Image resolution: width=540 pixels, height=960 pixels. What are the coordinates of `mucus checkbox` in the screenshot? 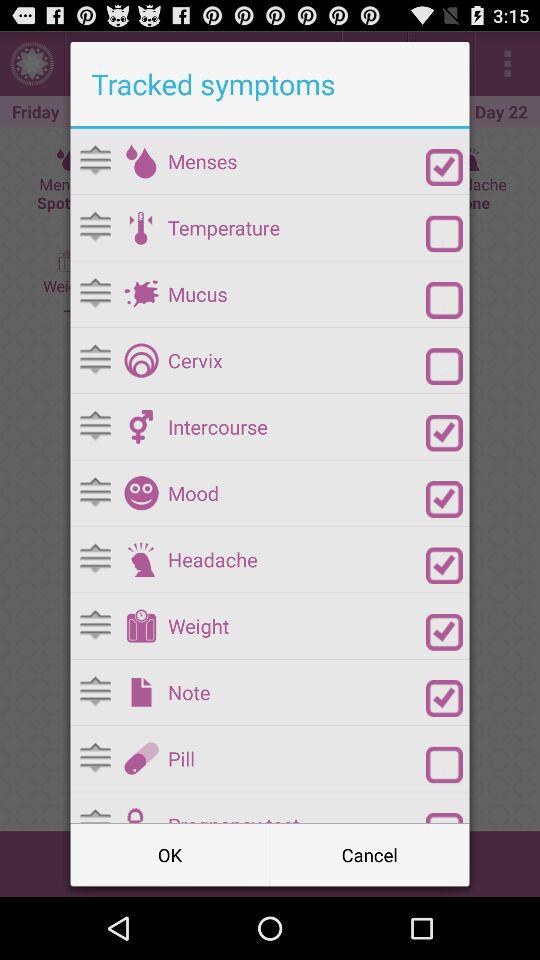 It's located at (444, 299).